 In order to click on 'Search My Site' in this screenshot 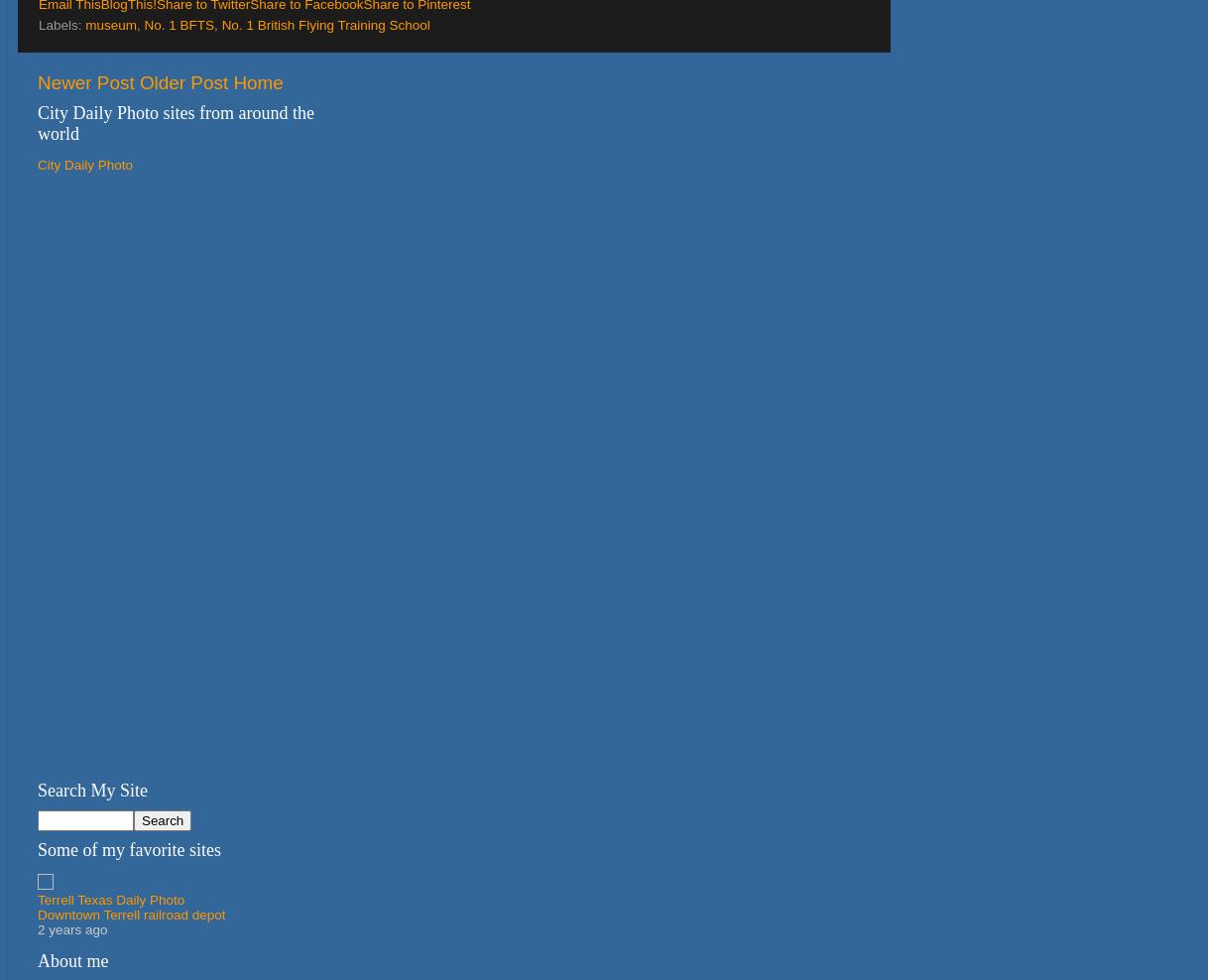, I will do `click(38, 789)`.